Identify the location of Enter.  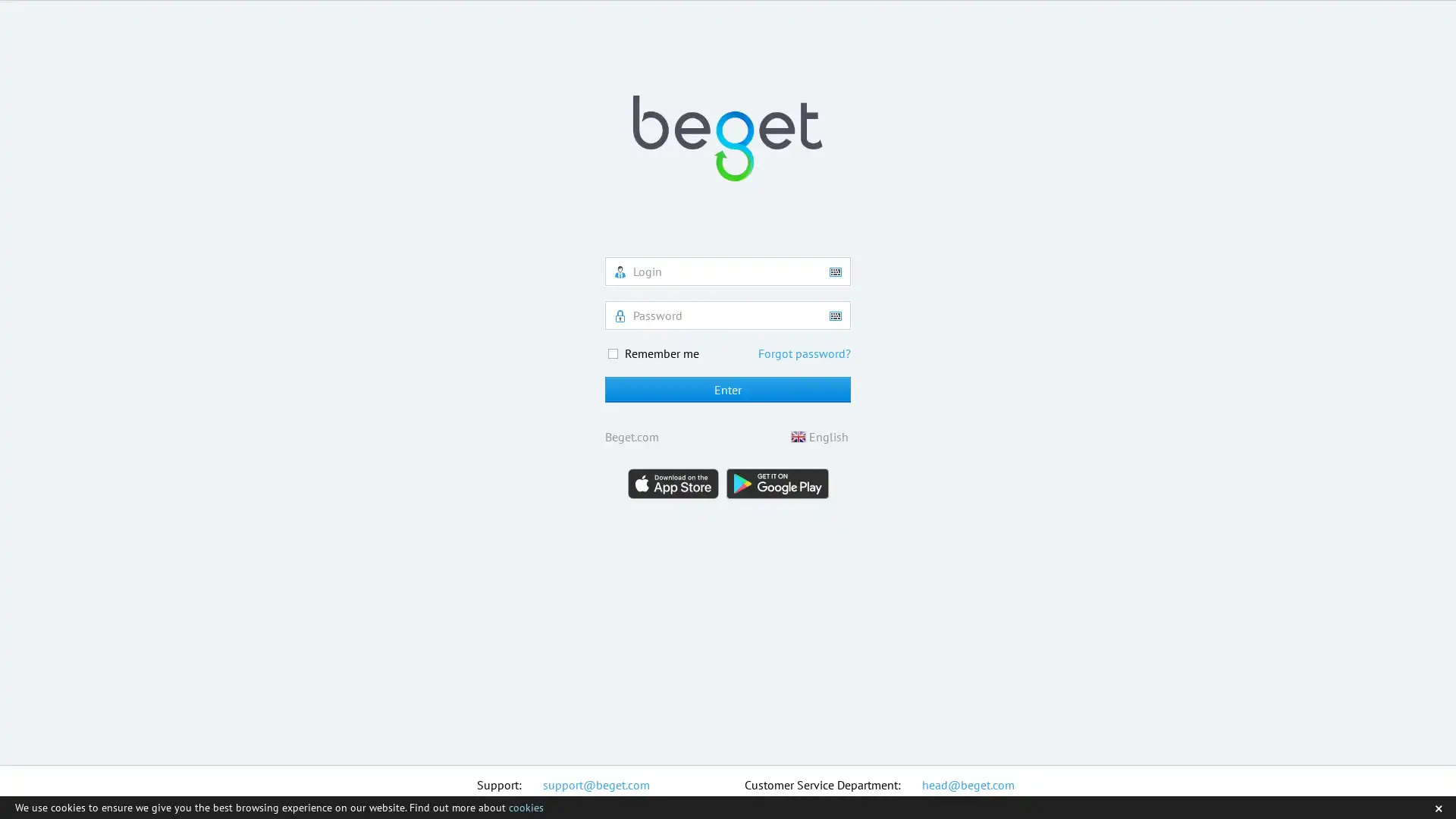
(726, 388).